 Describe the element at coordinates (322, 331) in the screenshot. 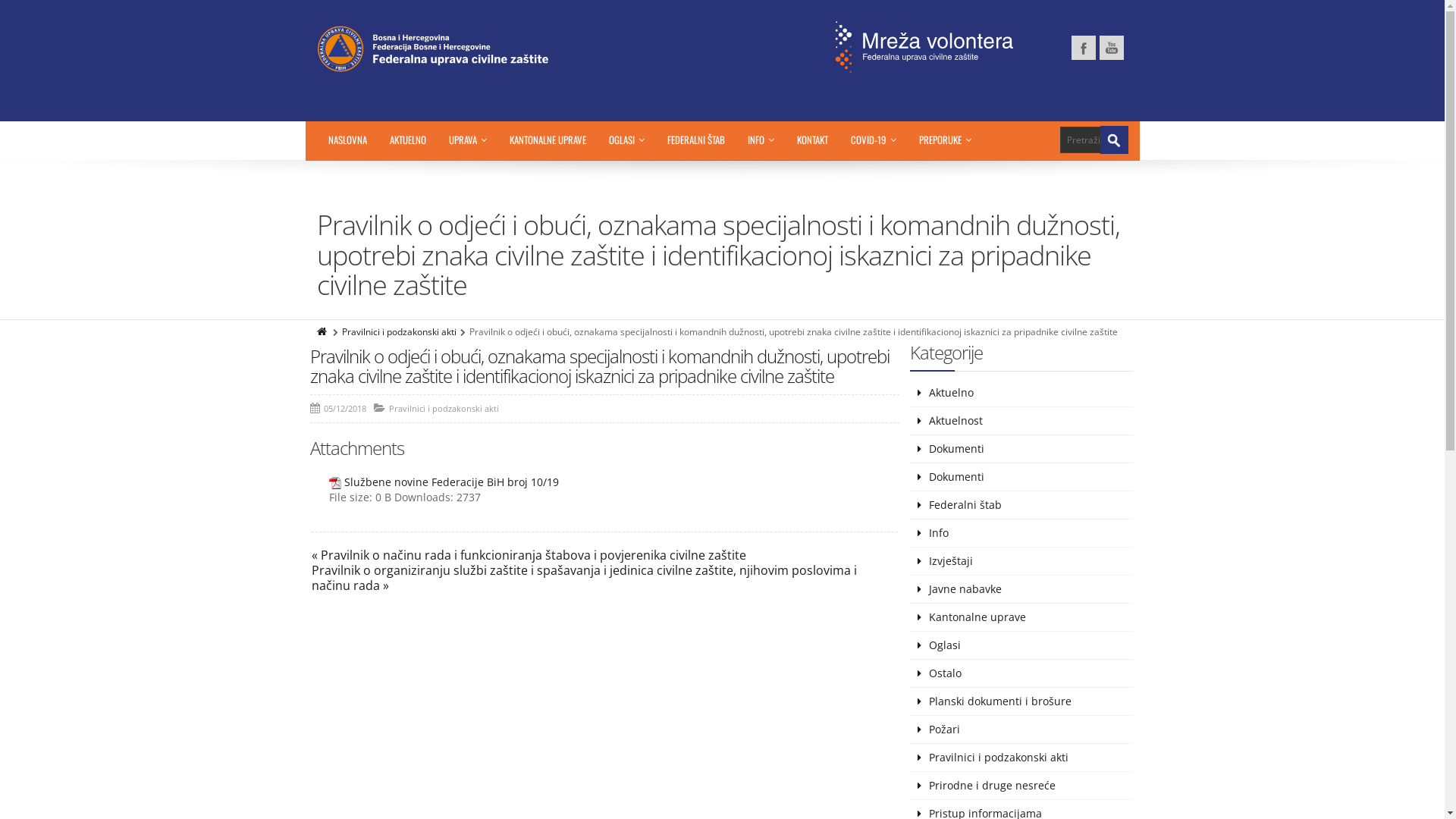

I see `'Home'` at that location.